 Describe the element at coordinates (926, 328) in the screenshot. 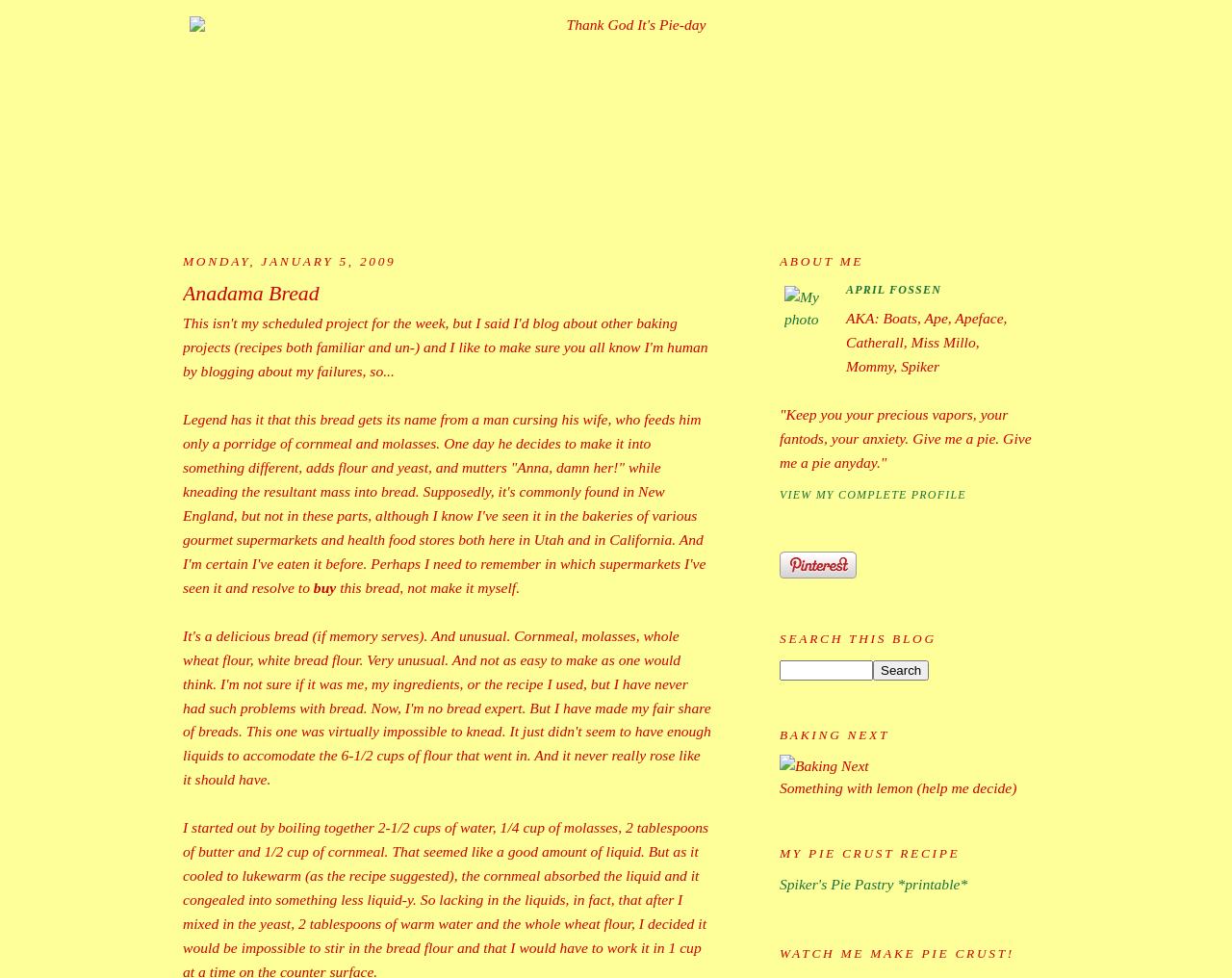

I see `'AKA:
Boats, Ape, Apeface, Catherall, Miss Millo,'` at that location.